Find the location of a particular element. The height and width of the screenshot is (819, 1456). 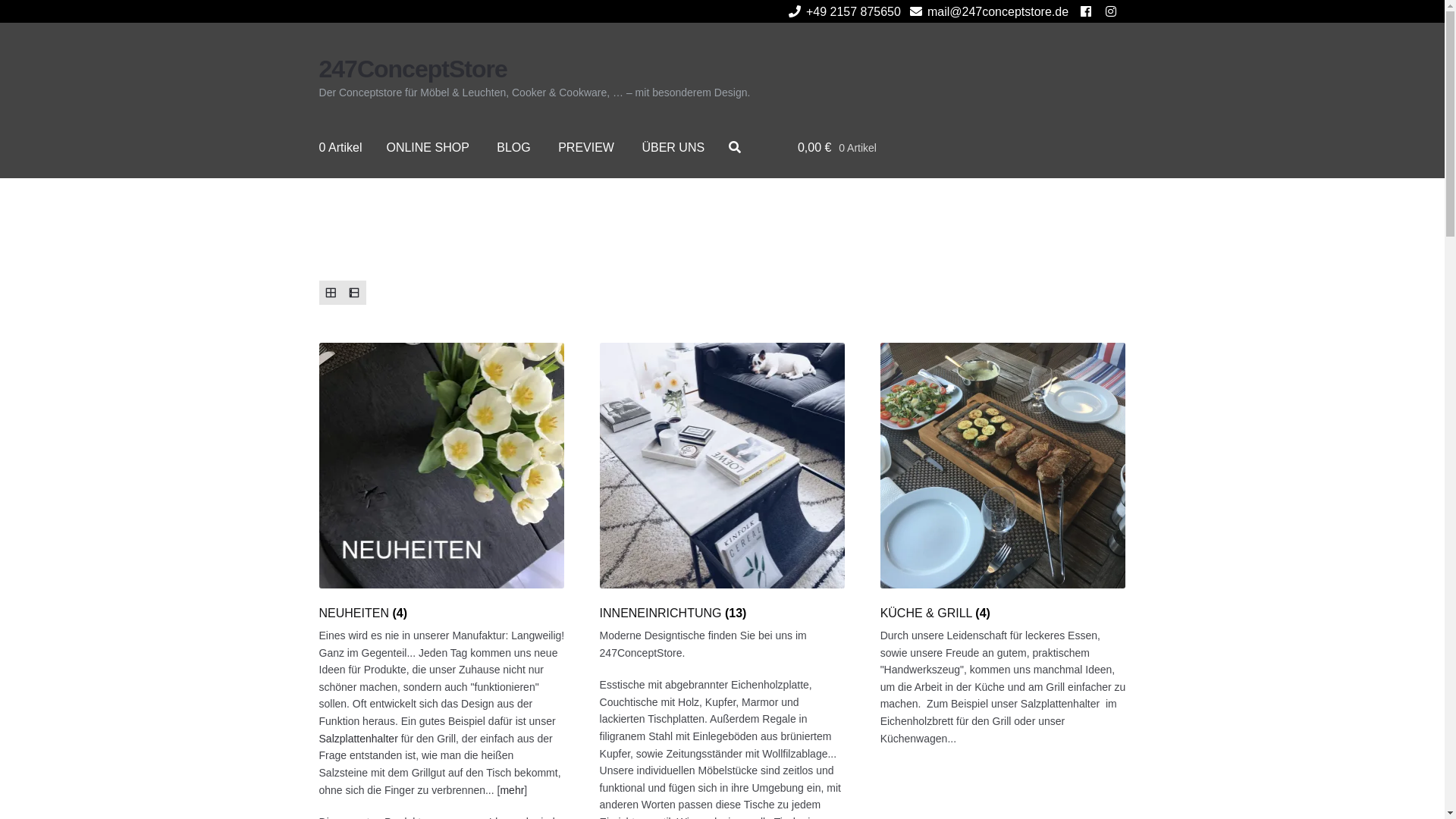

'247ConceptStore' is located at coordinates (318, 69).